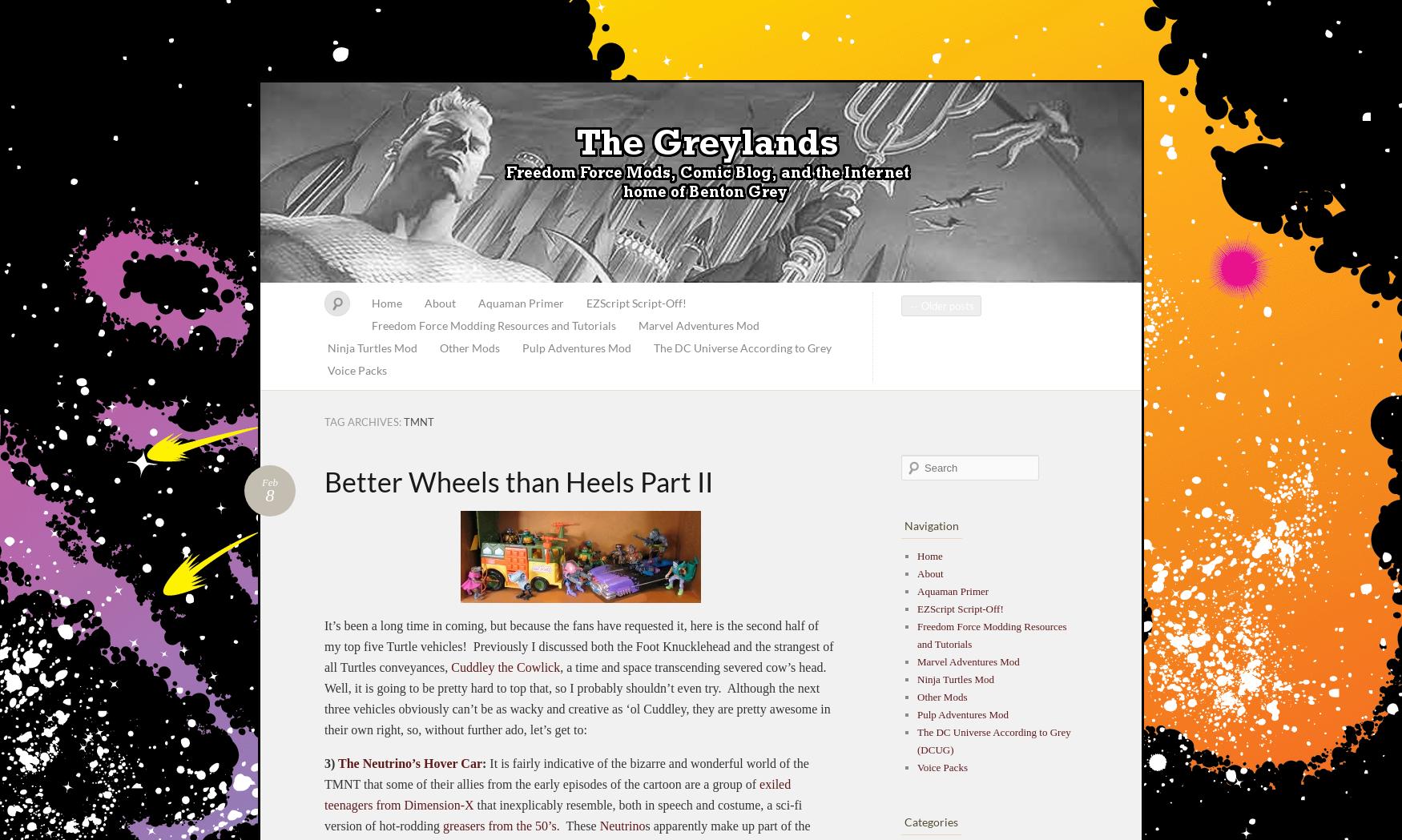 The width and height of the screenshot is (1402, 840). I want to click on 'It is fairly indicative of the bizarre and wonderful world of the TMNT that some of their allies from the early episodes of the cartoon are a group of', so click(323, 773).